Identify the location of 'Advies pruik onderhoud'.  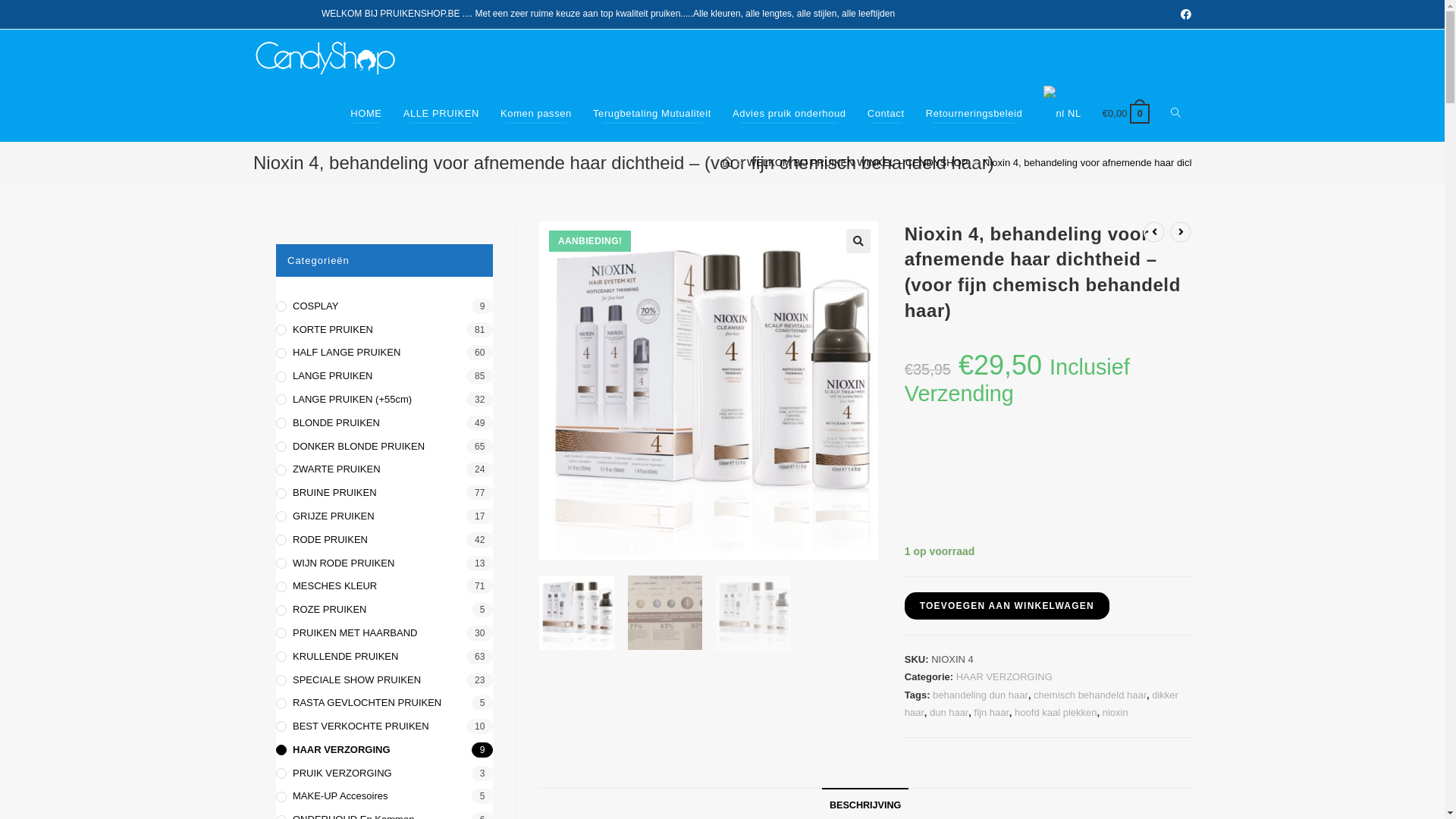
(789, 113).